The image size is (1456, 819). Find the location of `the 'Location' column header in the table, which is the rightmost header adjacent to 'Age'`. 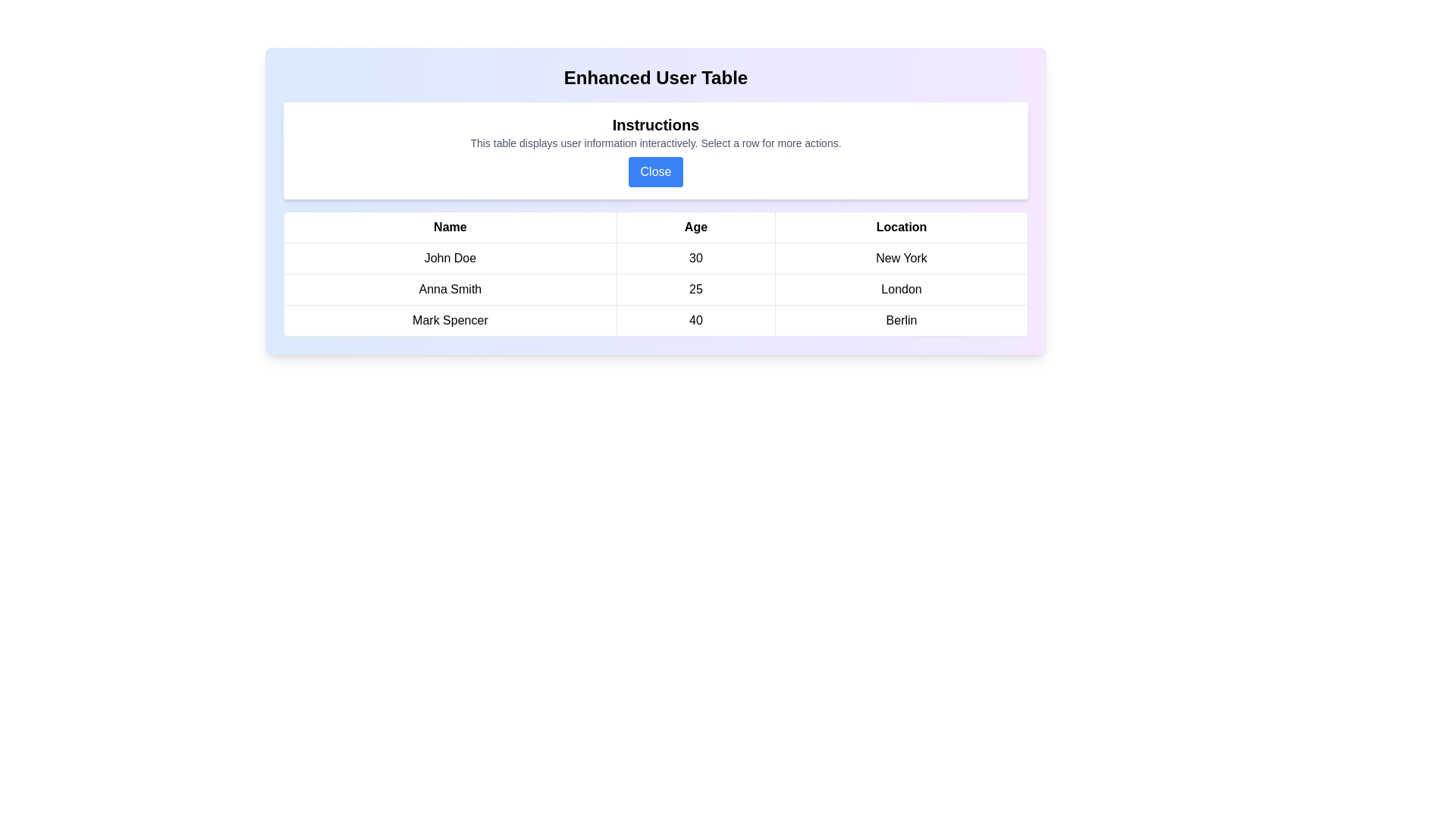

the 'Location' column header in the table, which is the rightmost header adjacent to 'Age' is located at coordinates (902, 227).